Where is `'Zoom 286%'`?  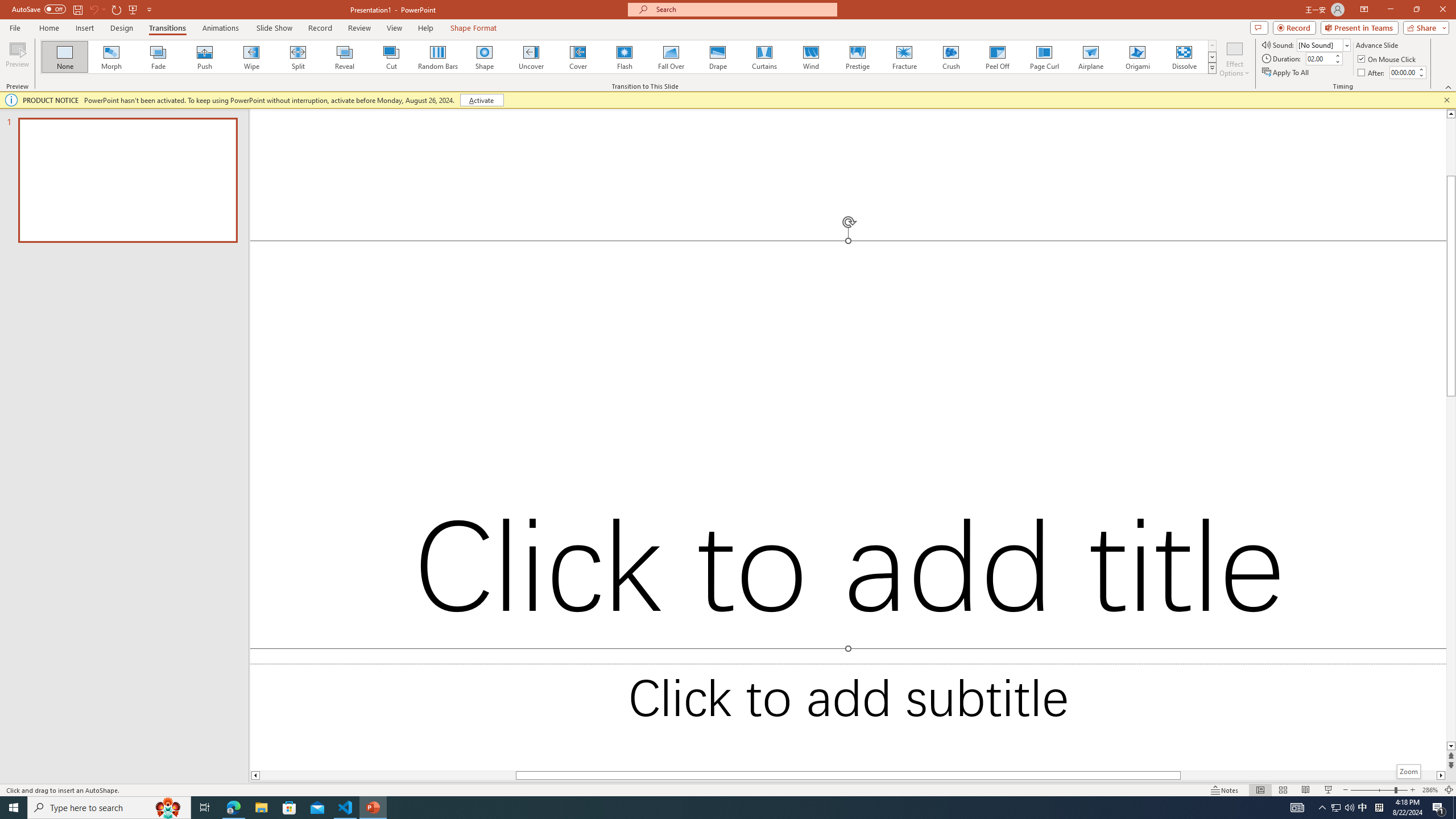 'Zoom 286%' is located at coordinates (1430, 790).